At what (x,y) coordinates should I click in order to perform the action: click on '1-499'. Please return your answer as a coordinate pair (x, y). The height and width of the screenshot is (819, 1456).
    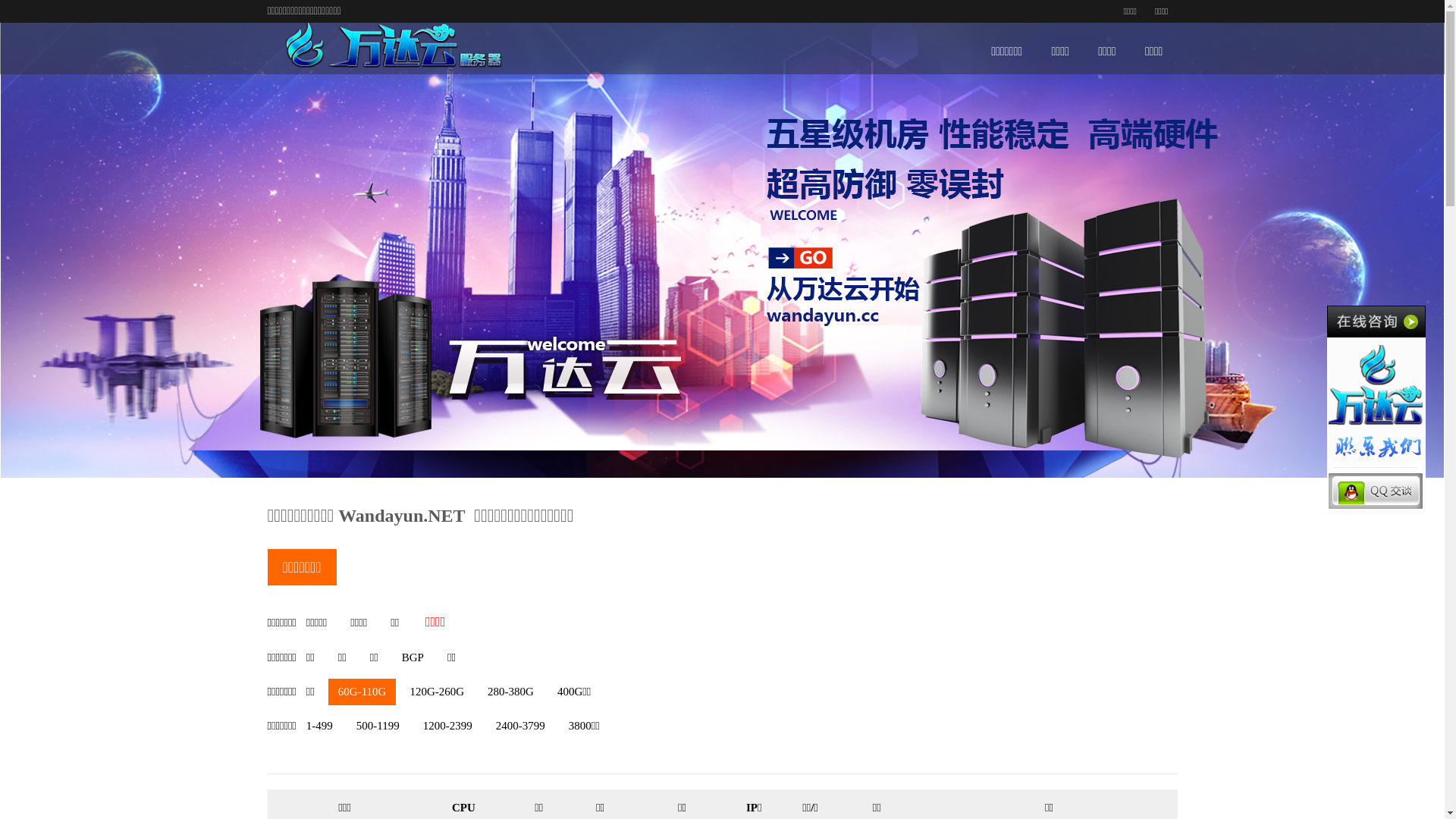
    Looking at the image, I should click on (318, 725).